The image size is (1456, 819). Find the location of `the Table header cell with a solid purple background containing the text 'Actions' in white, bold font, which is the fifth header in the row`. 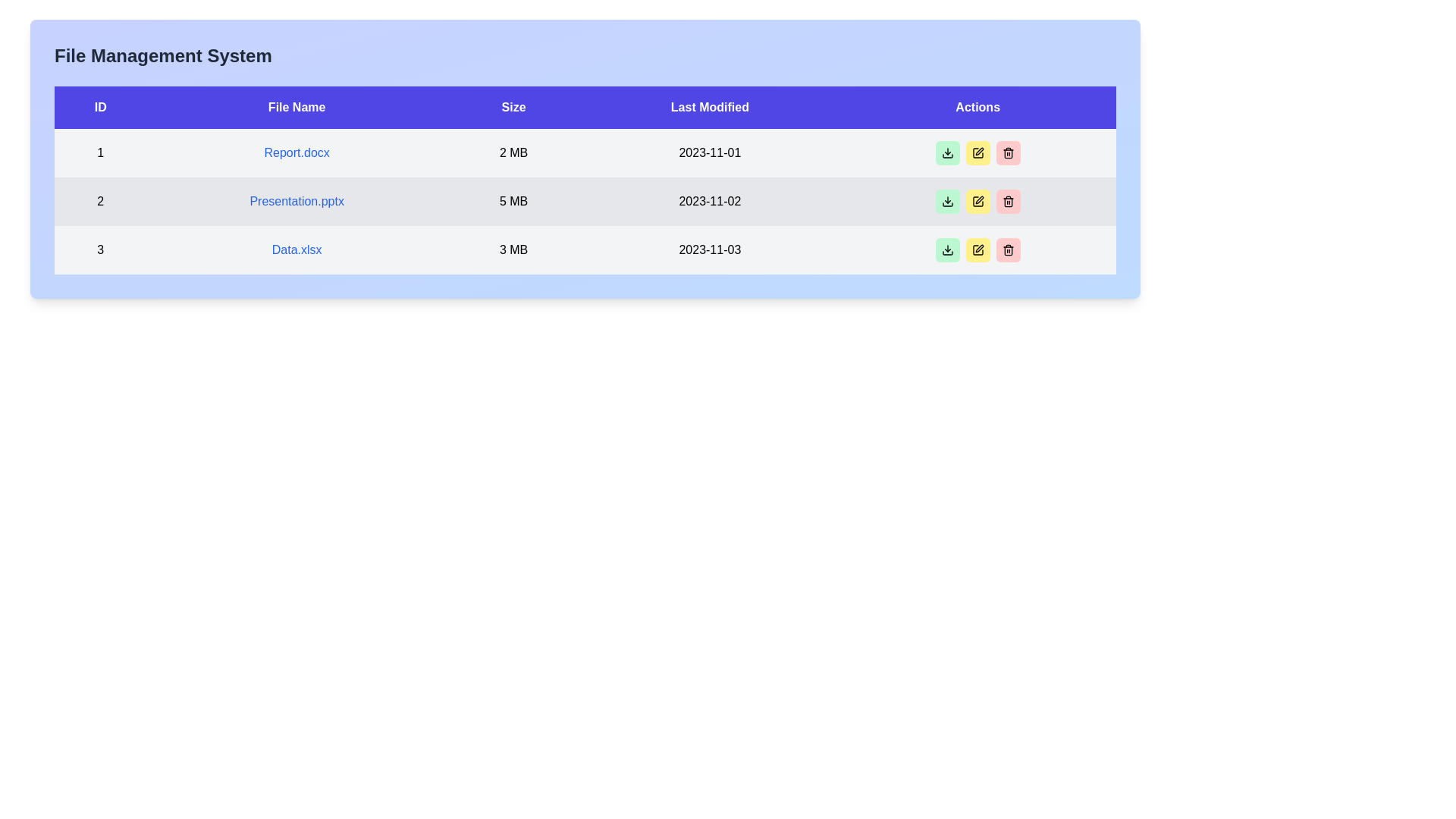

the Table header cell with a solid purple background containing the text 'Actions' in white, bold font, which is the fifth header in the row is located at coordinates (977, 107).